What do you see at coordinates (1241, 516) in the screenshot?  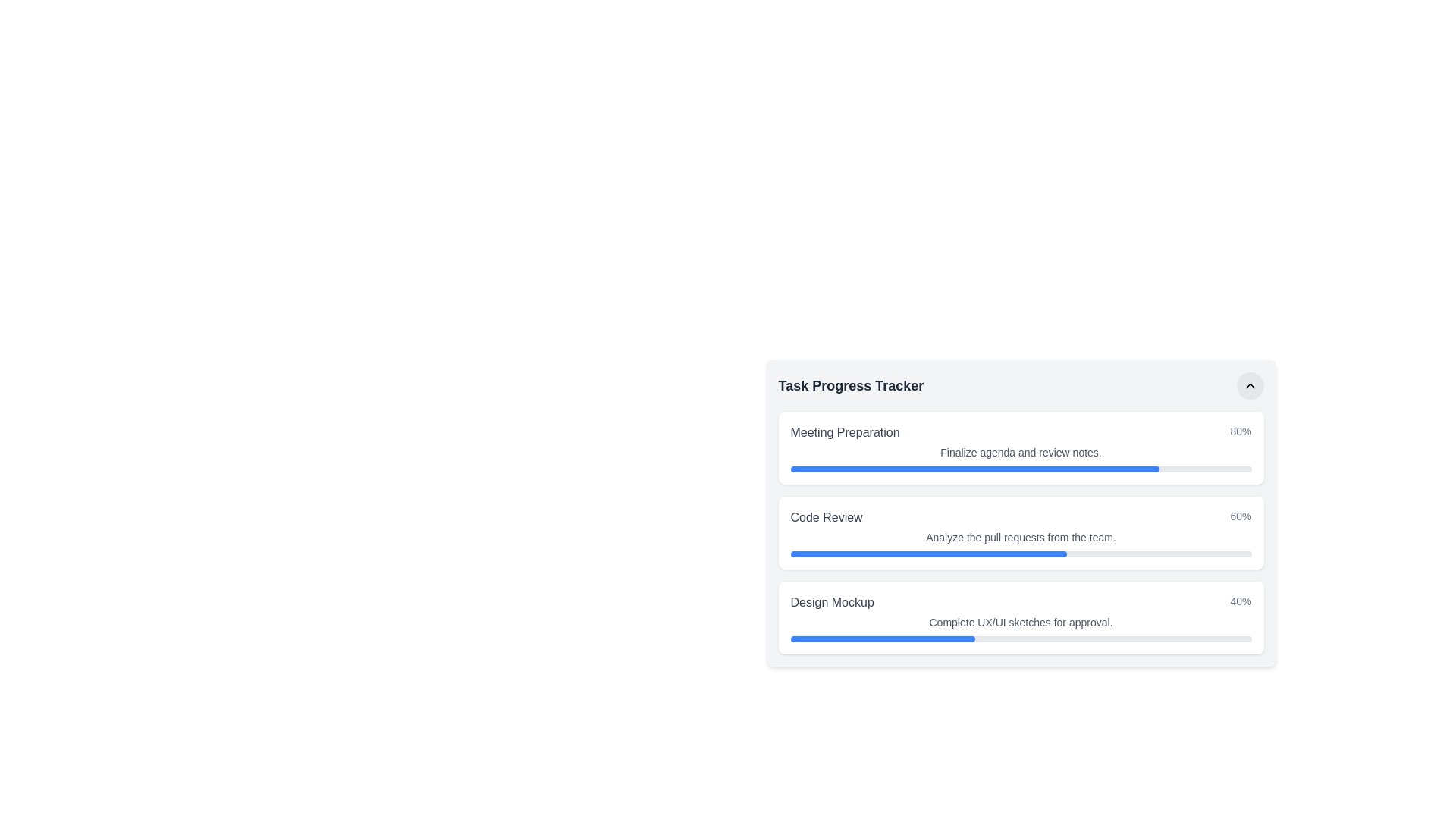 I see `the static text label displaying the progress of the 'Code Review' task, which indicates that 60% of the task is completed, located on the top-right side of the 'Code Review' section` at bounding box center [1241, 516].